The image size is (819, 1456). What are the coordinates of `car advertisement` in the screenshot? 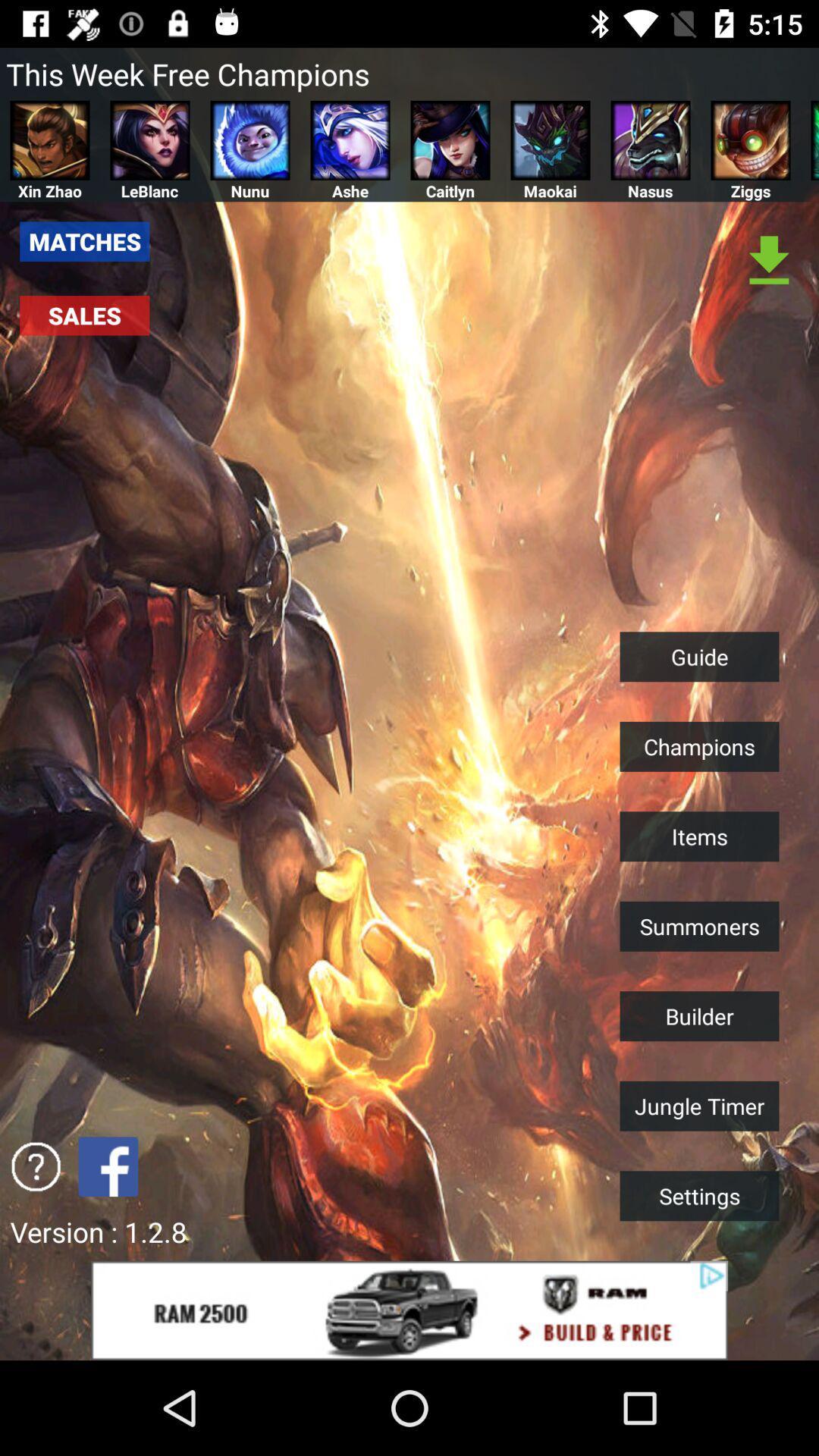 It's located at (409, 1310).